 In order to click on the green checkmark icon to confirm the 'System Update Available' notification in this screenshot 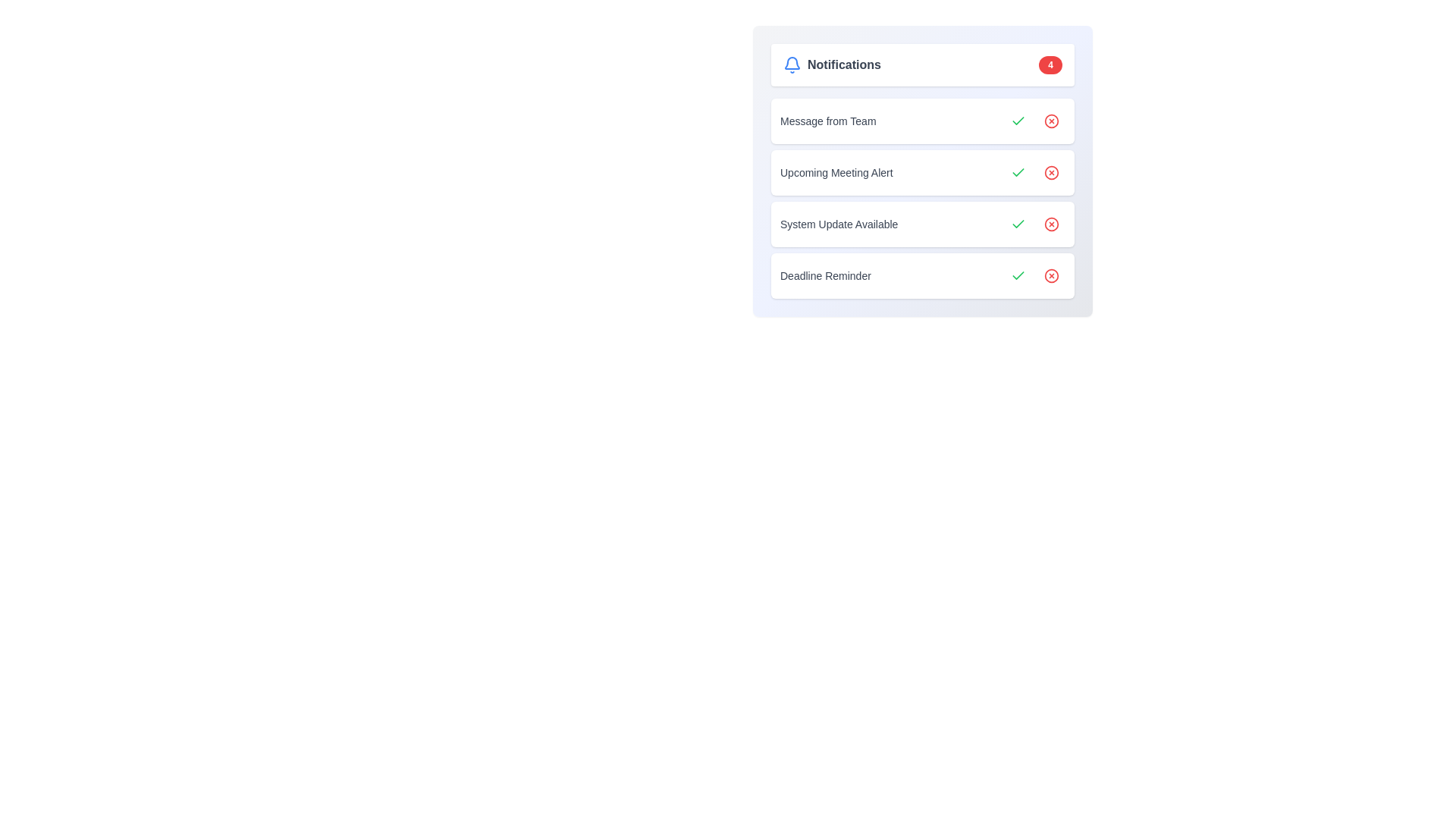, I will do `click(1018, 224)`.